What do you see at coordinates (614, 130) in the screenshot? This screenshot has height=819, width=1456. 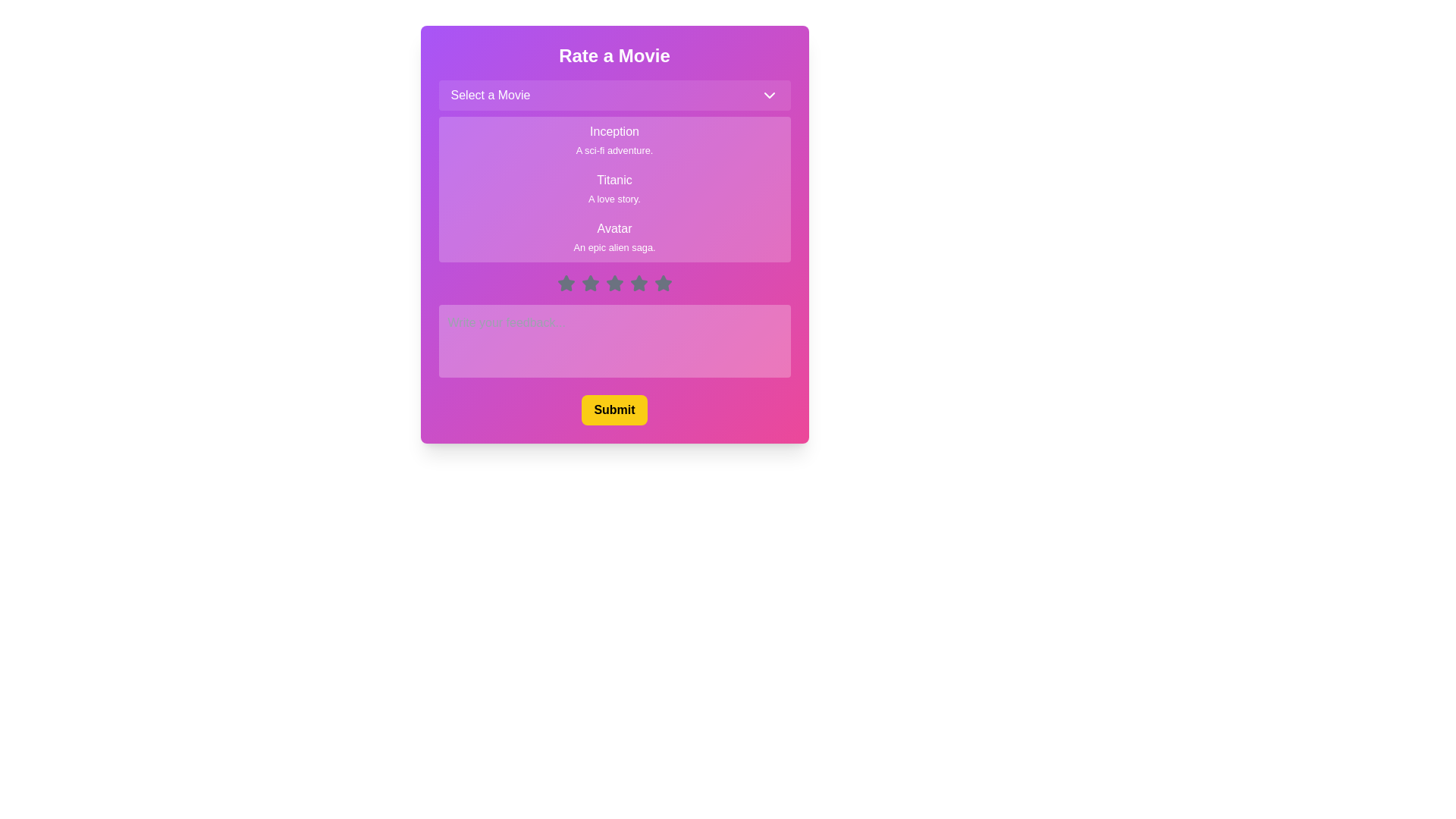 I see `the text label indicating the movie title 'Inception'` at bounding box center [614, 130].